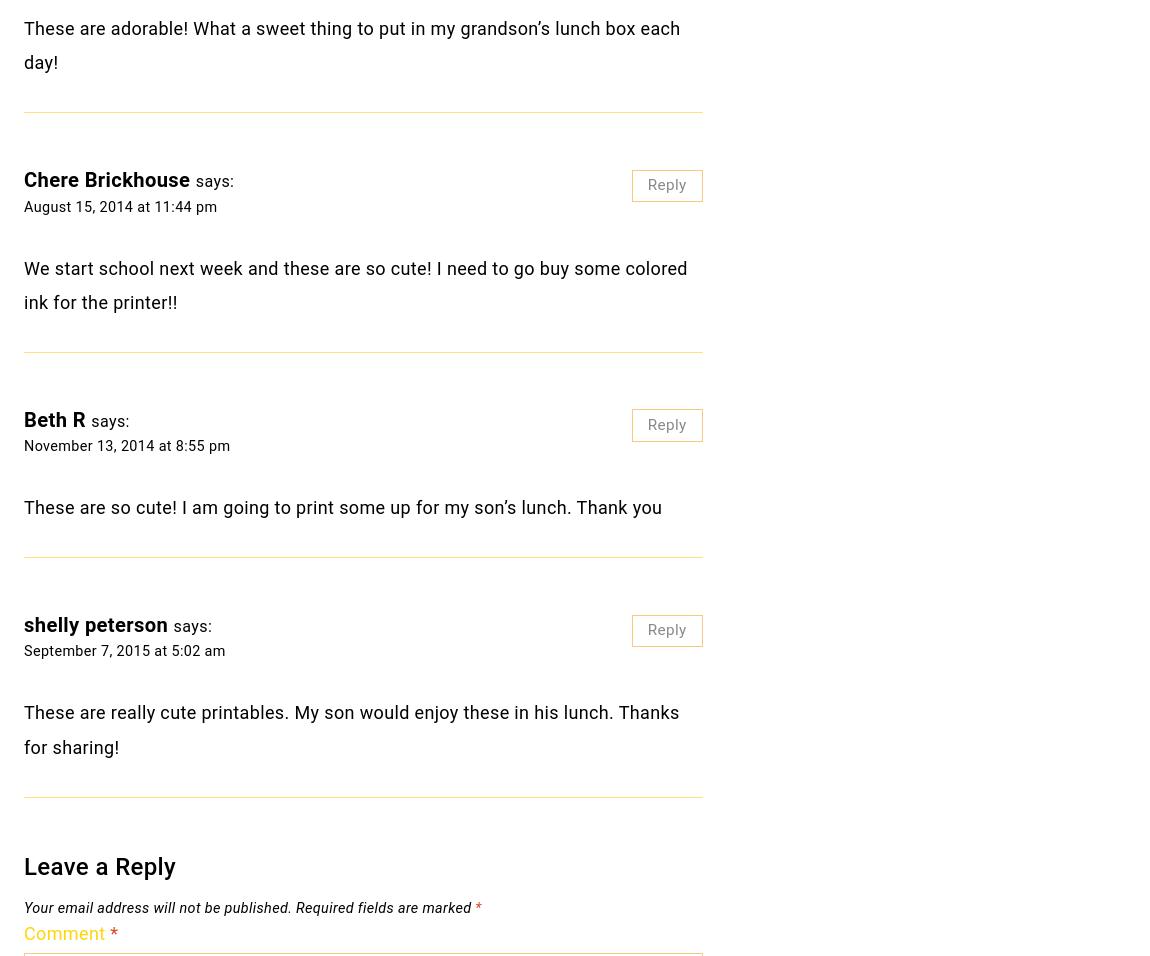 The height and width of the screenshot is (956, 1150). Describe the element at coordinates (125, 446) in the screenshot. I see `'November 13, 2014 at 8:55 pm'` at that location.